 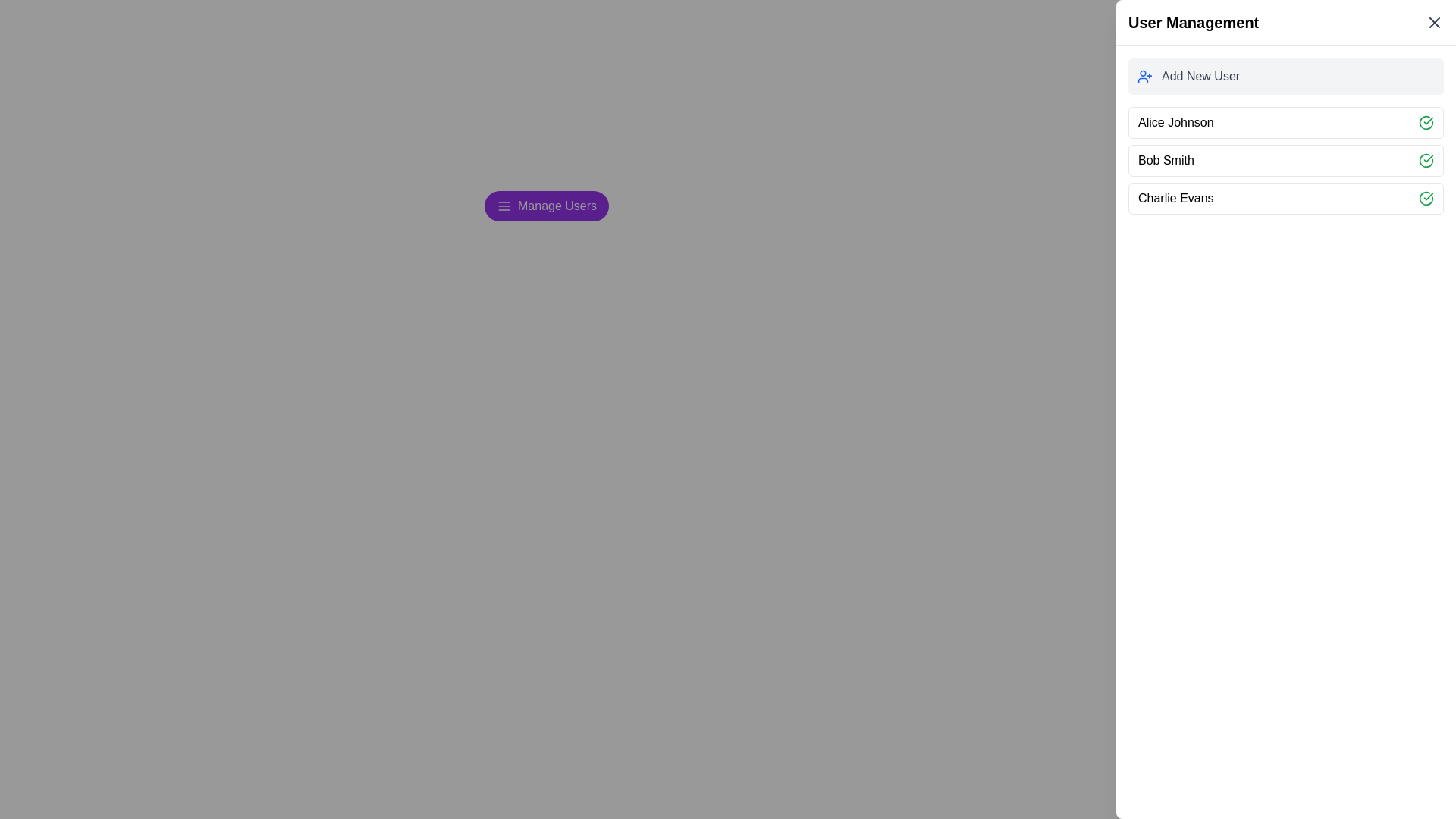 What do you see at coordinates (1145, 76) in the screenshot?
I see `the icon that represents the addition of a new user, located to the left of the 'Add New User' text in the sidebar` at bounding box center [1145, 76].